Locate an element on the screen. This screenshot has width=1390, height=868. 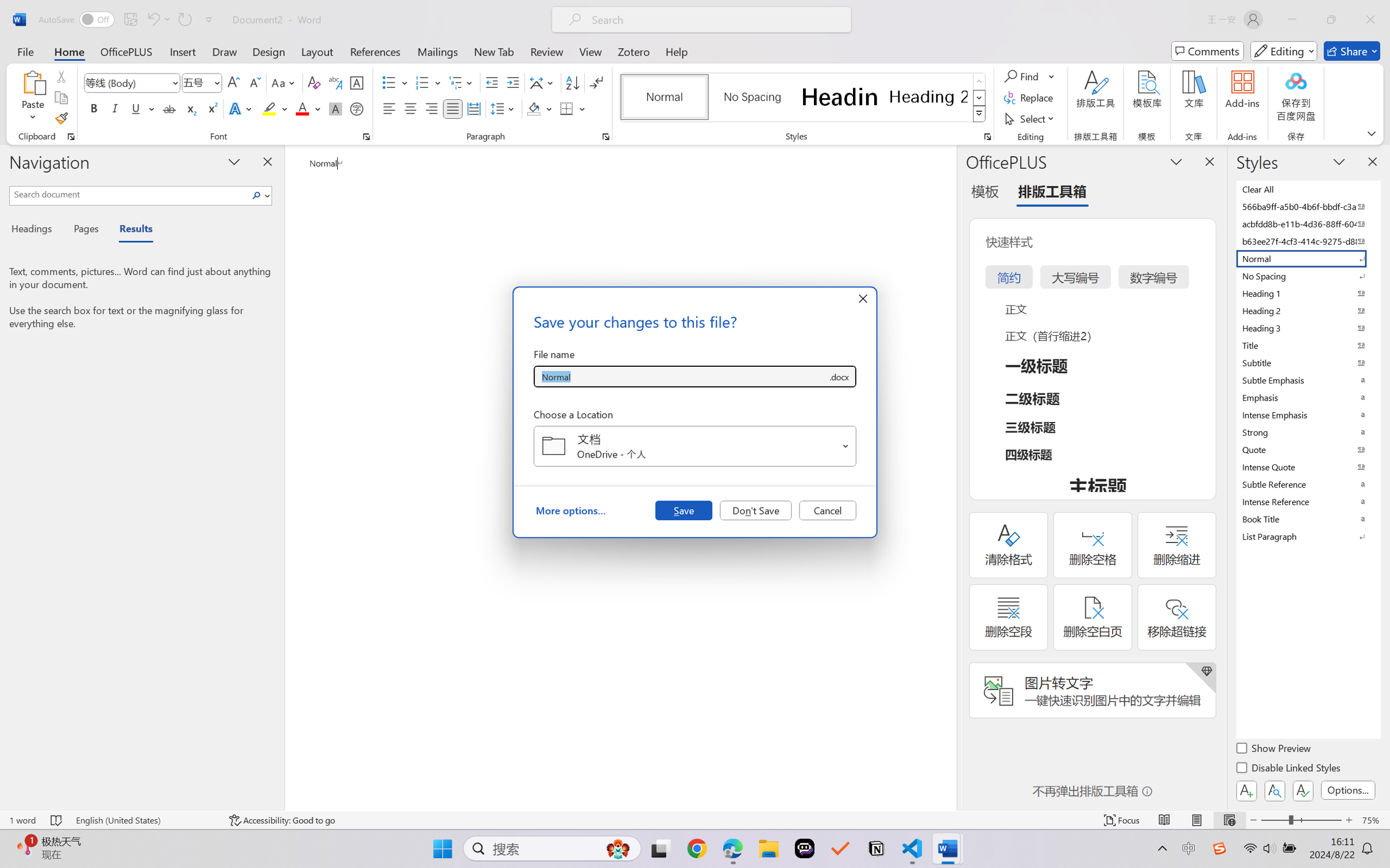
'Mode' is located at coordinates (1284, 51).